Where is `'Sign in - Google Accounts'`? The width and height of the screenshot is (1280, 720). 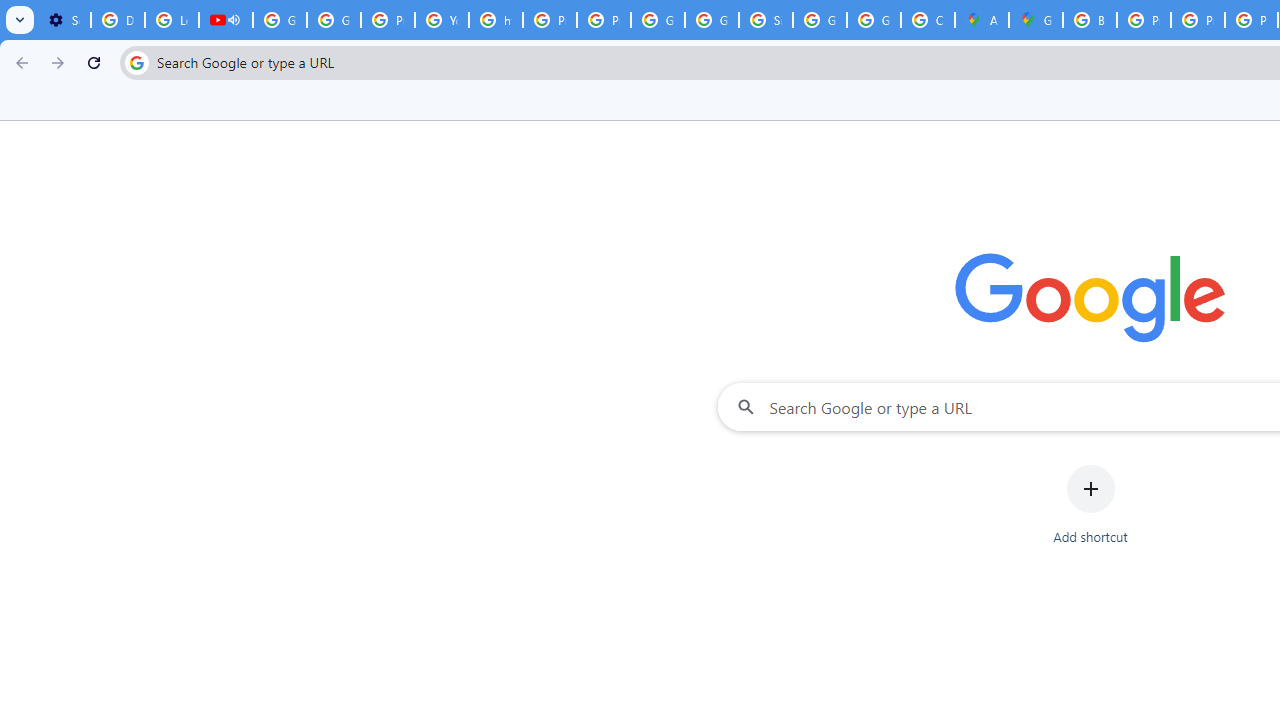
'Sign in - Google Accounts' is located at coordinates (765, 20).